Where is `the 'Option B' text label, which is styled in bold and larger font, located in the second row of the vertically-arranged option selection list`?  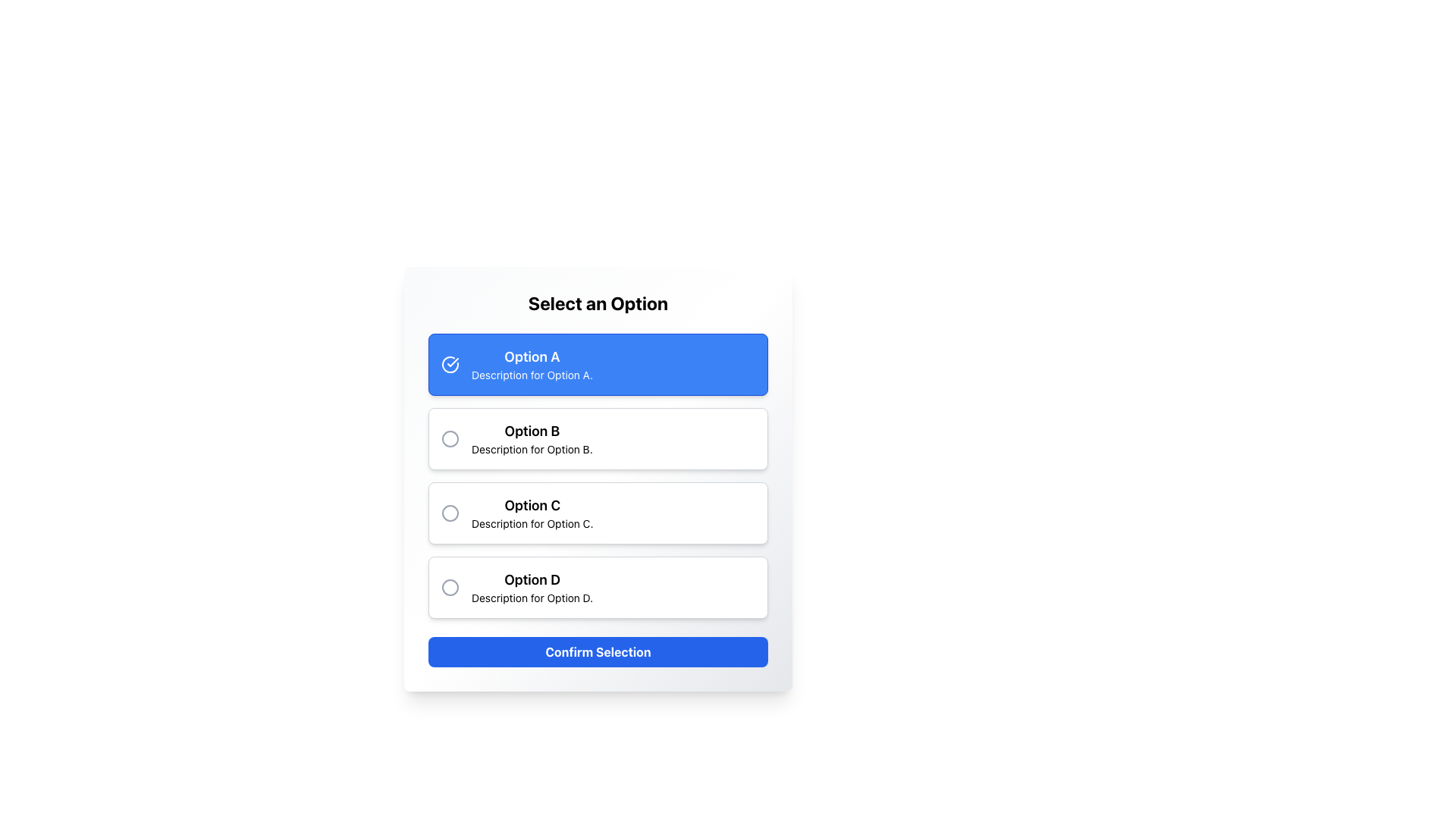 the 'Option B' text label, which is styled in bold and larger font, located in the second row of the vertically-arranged option selection list is located at coordinates (532, 431).